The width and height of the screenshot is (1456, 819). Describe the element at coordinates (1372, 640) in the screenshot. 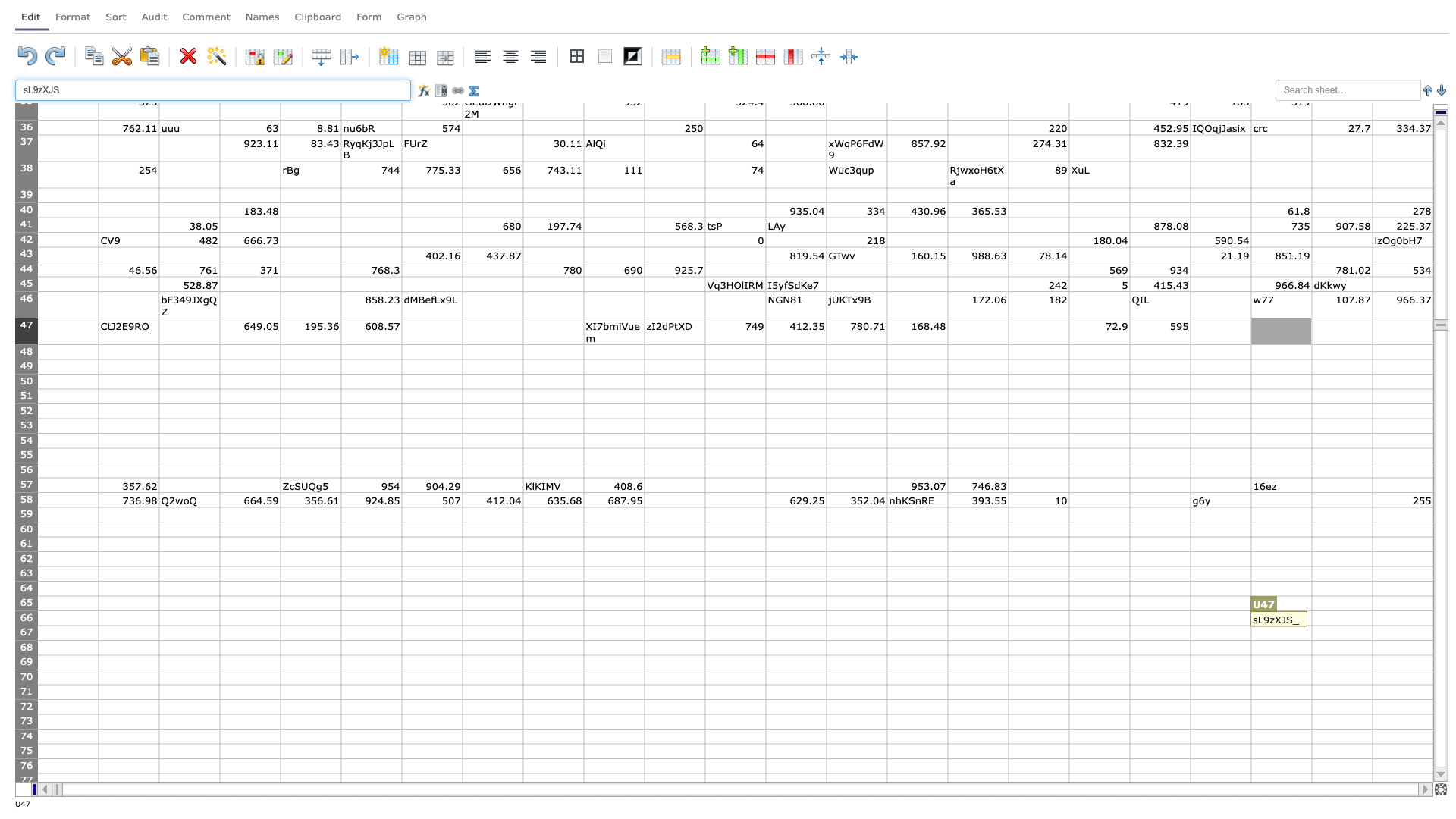

I see `Fill handle of cell V-67` at that location.